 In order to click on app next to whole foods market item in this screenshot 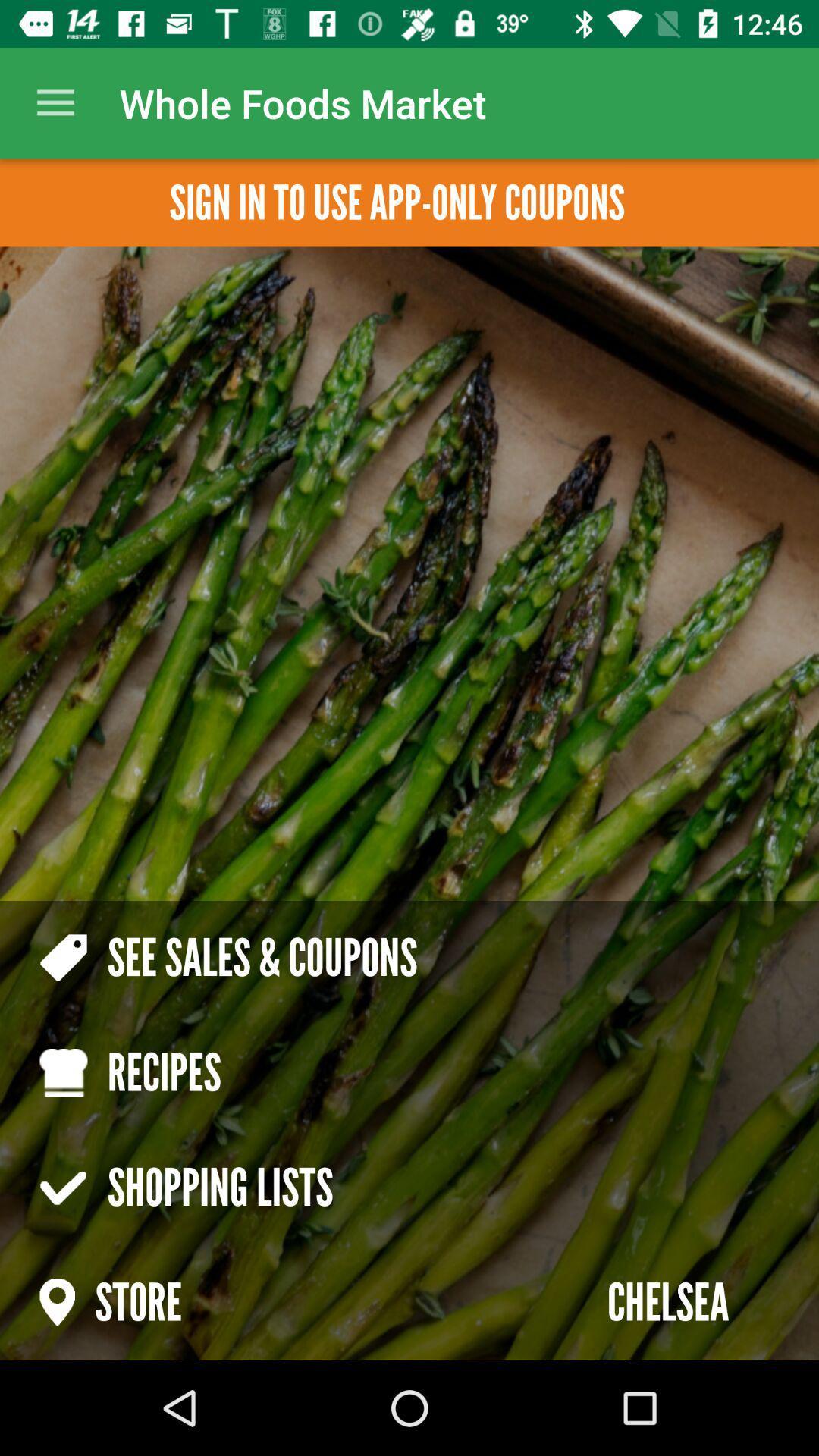, I will do `click(55, 102)`.